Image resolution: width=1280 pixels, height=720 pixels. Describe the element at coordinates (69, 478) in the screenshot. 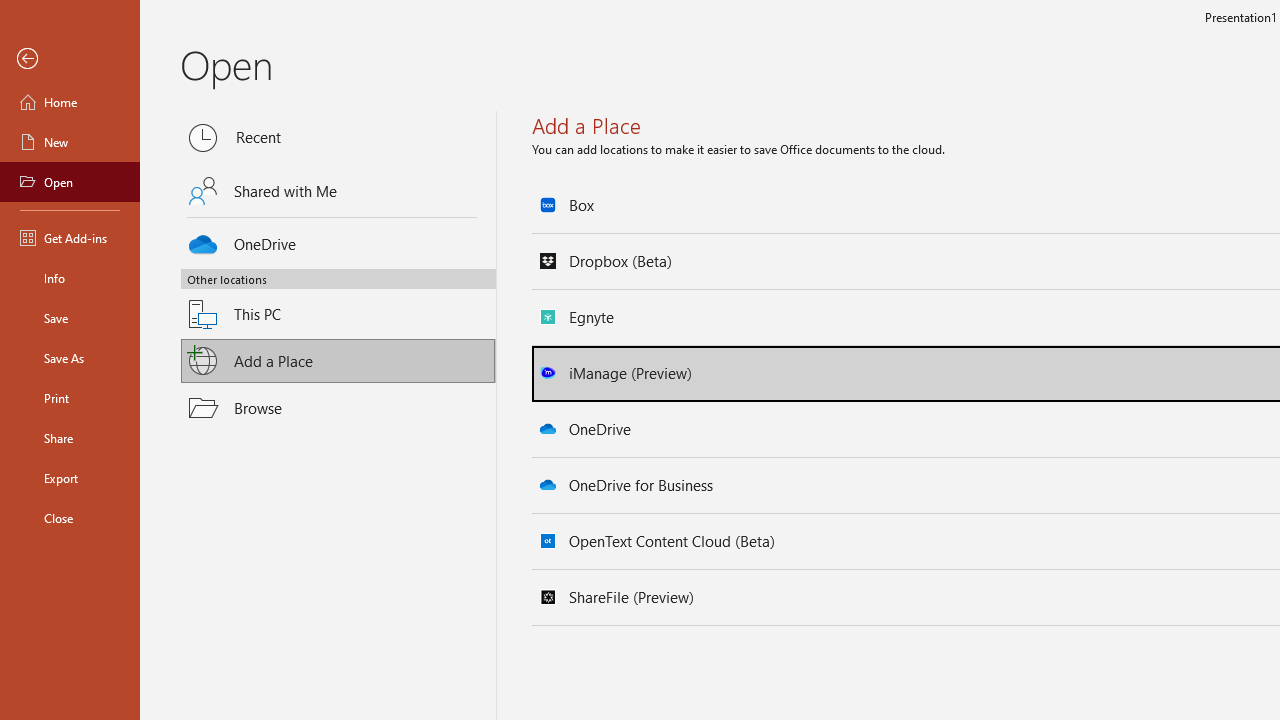

I see `'Export'` at that location.